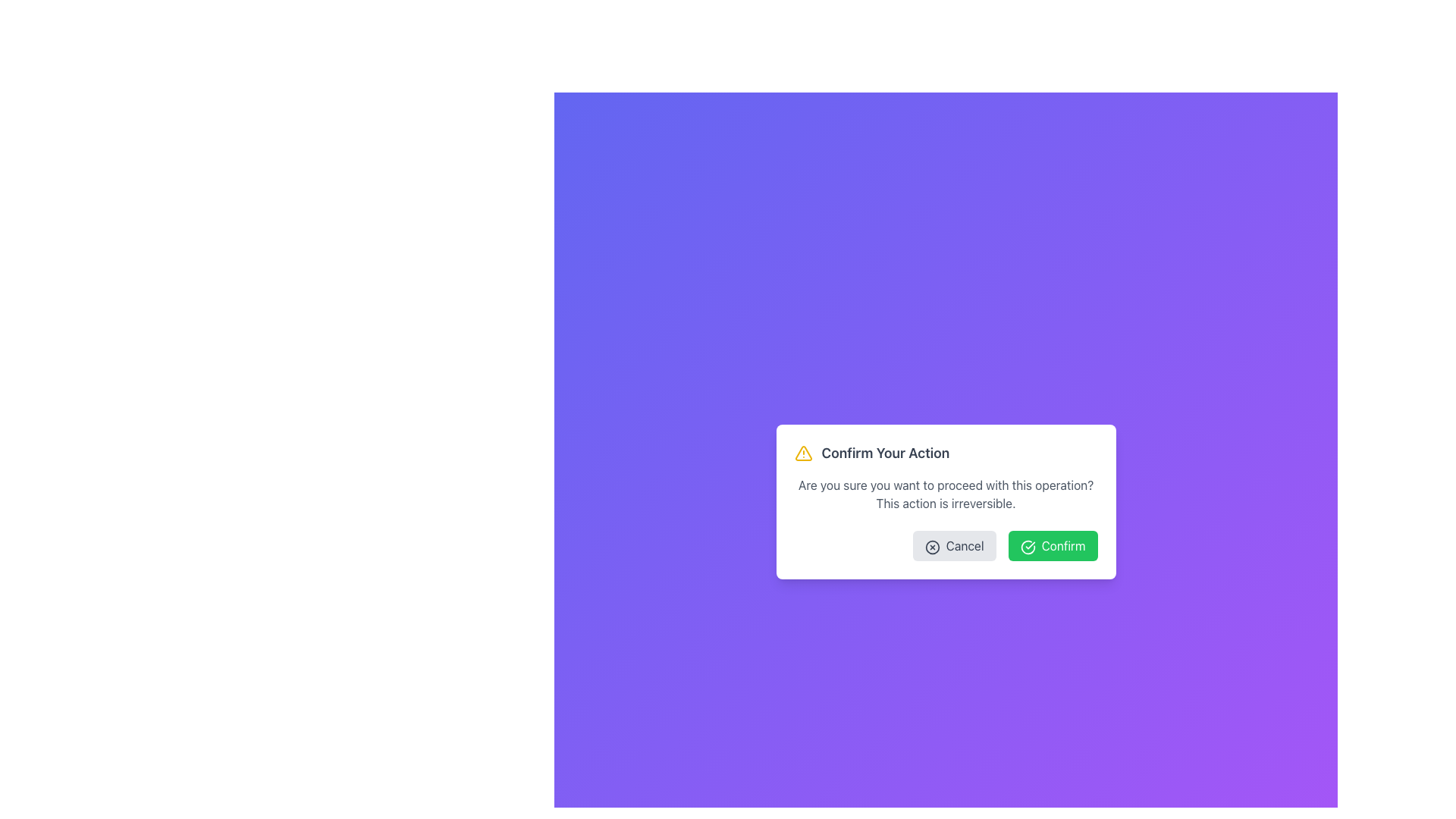  What do you see at coordinates (953, 546) in the screenshot?
I see `the 'Cancel' button with a light gray background and rounded edges, located in the bottom-right part of the confirmation dialog box` at bounding box center [953, 546].